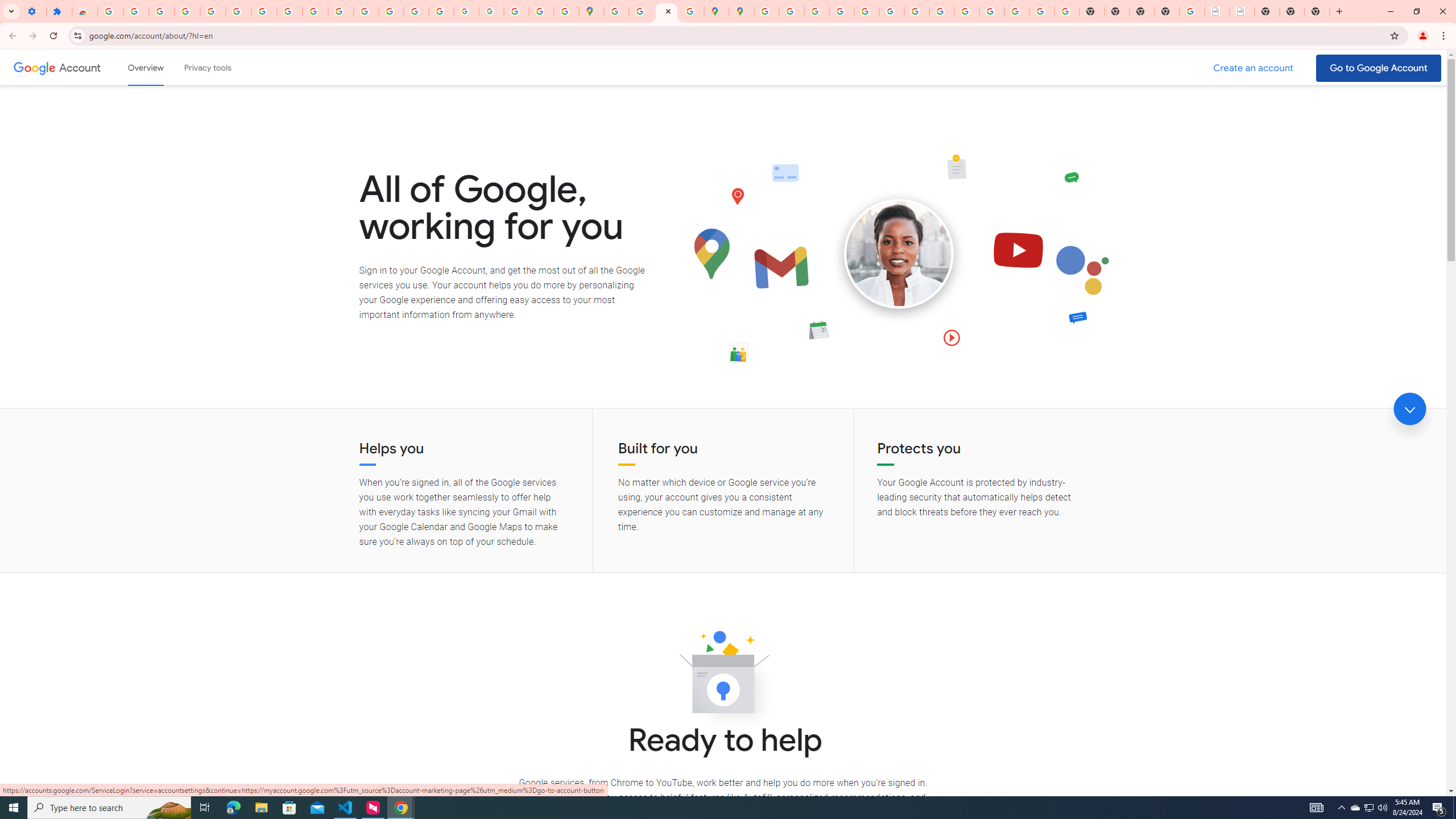 This screenshot has width=1456, height=819. What do you see at coordinates (110, 11) in the screenshot?
I see `'Sign in - Google Accounts'` at bounding box center [110, 11].